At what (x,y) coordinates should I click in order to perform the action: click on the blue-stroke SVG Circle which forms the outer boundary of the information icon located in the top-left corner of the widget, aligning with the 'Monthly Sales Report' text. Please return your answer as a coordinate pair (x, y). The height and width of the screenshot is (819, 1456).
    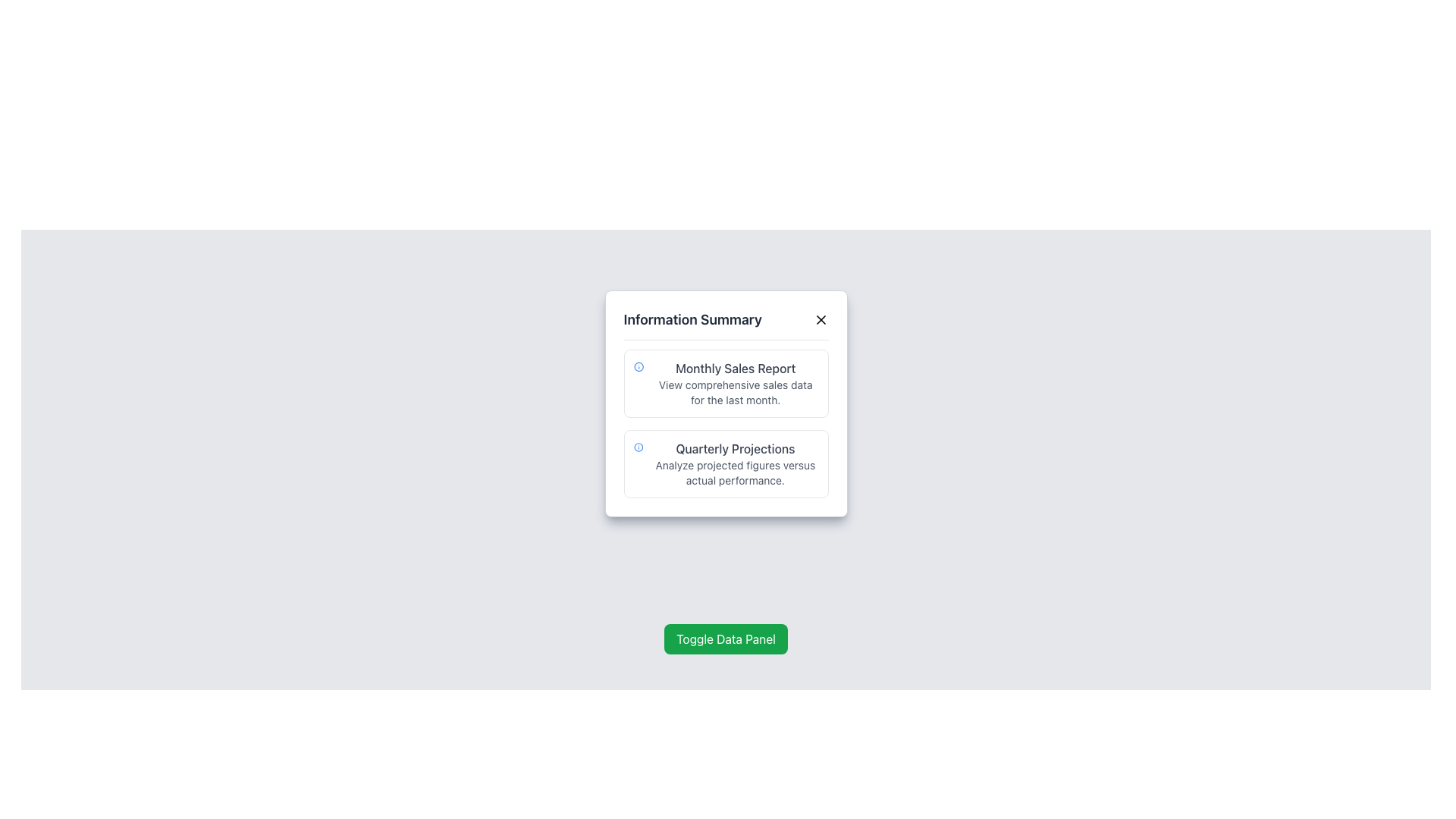
    Looking at the image, I should click on (638, 447).